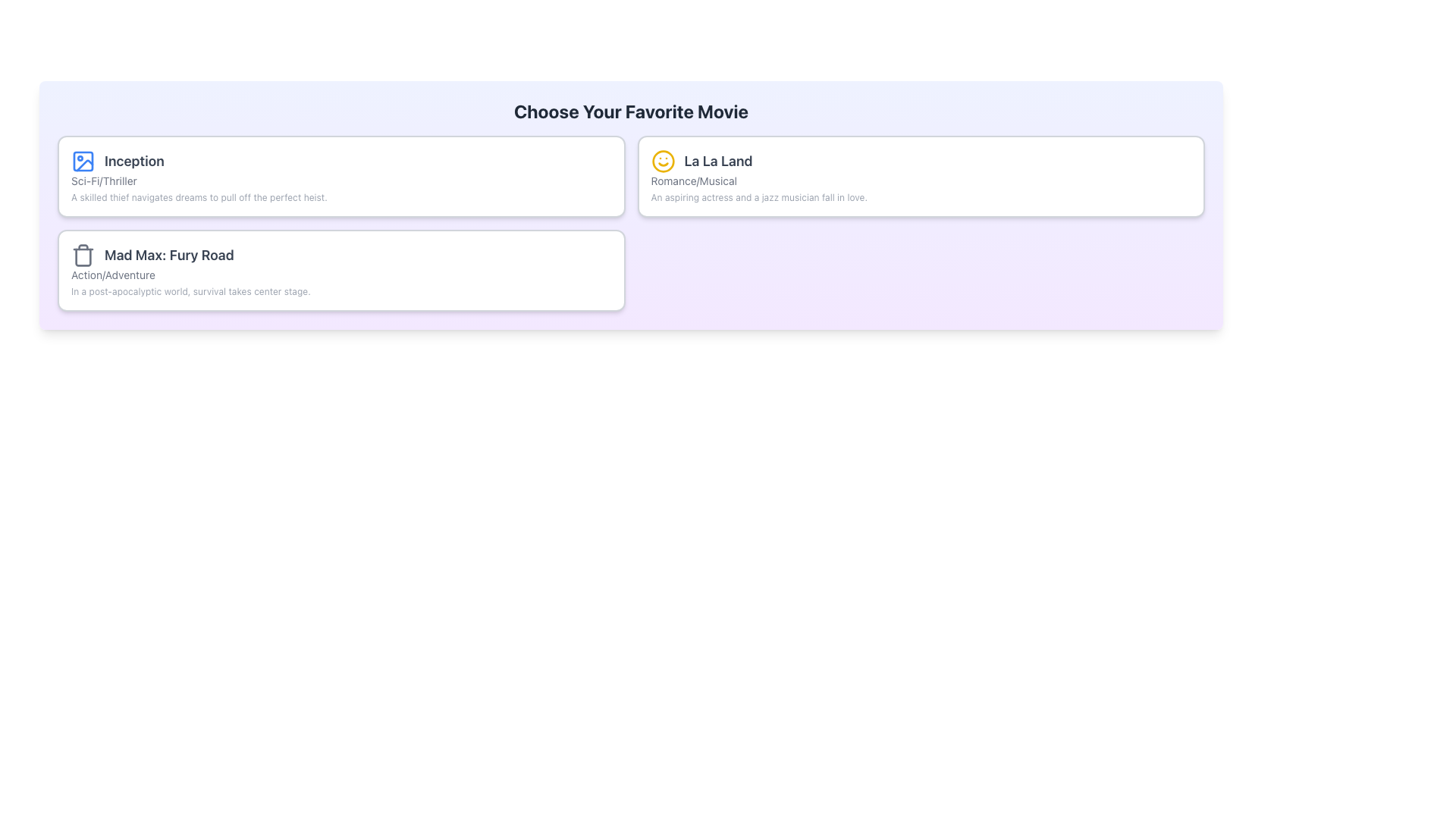 This screenshot has height=819, width=1456. Describe the element at coordinates (693, 180) in the screenshot. I see `the text label displaying 'Romance/Musical', which is a smaller, gray-colored font positioned beneath the movie title in the card for 'La La Land'` at that location.